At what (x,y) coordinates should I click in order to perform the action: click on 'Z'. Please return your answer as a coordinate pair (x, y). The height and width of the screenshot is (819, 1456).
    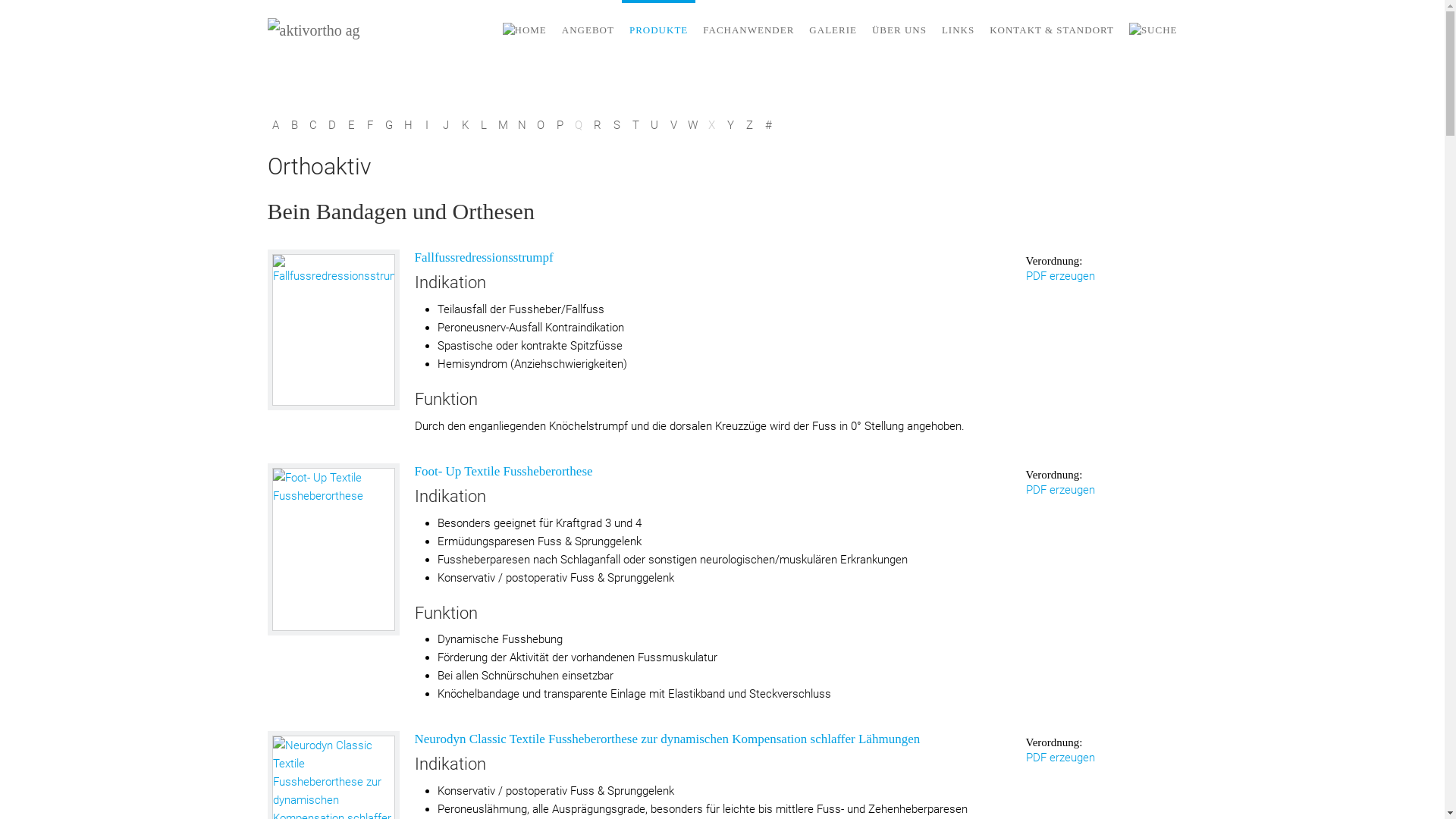
    Looking at the image, I should click on (749, 124).